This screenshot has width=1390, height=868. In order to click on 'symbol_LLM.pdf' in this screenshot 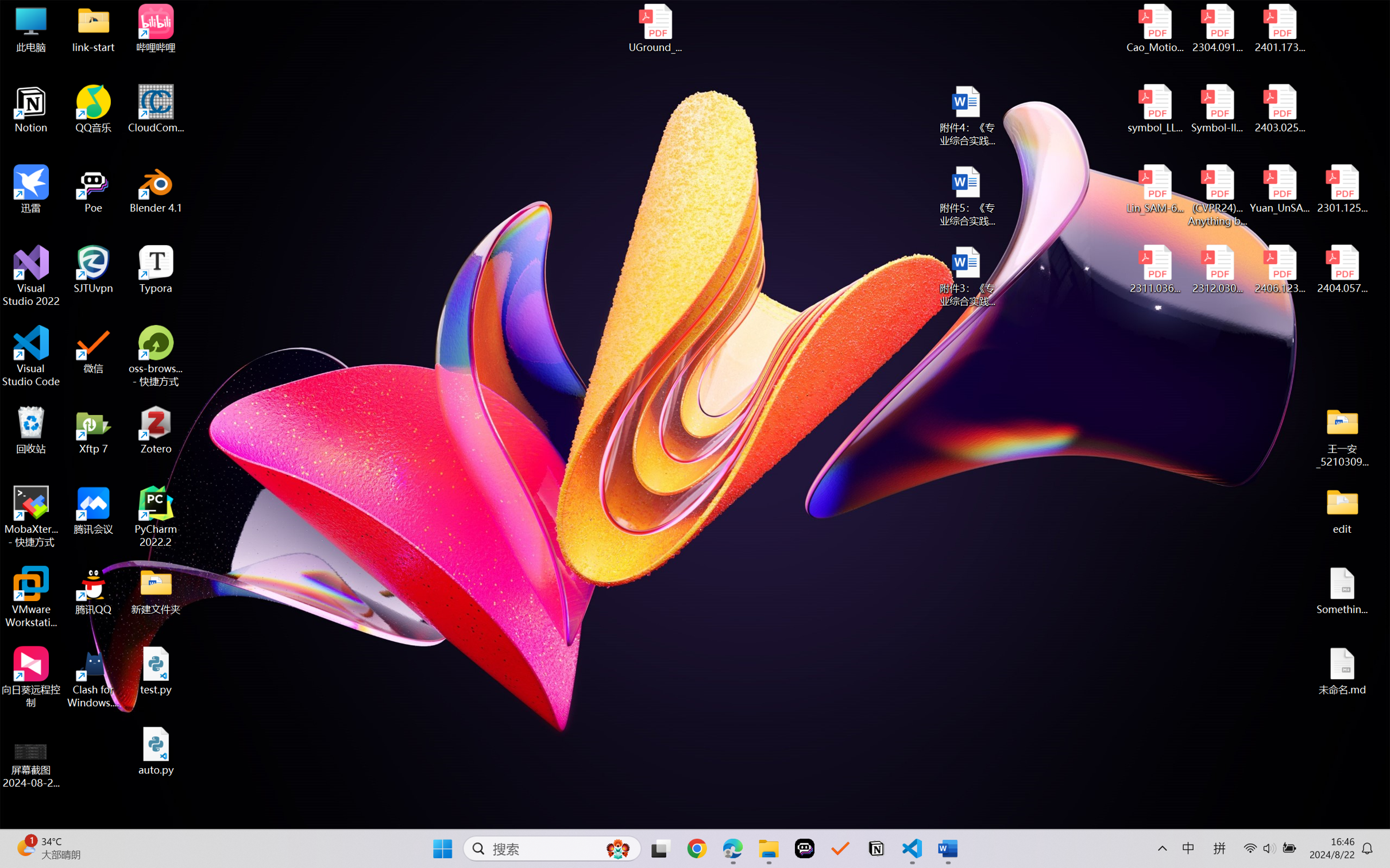, I will do `click(1155, 109)`.